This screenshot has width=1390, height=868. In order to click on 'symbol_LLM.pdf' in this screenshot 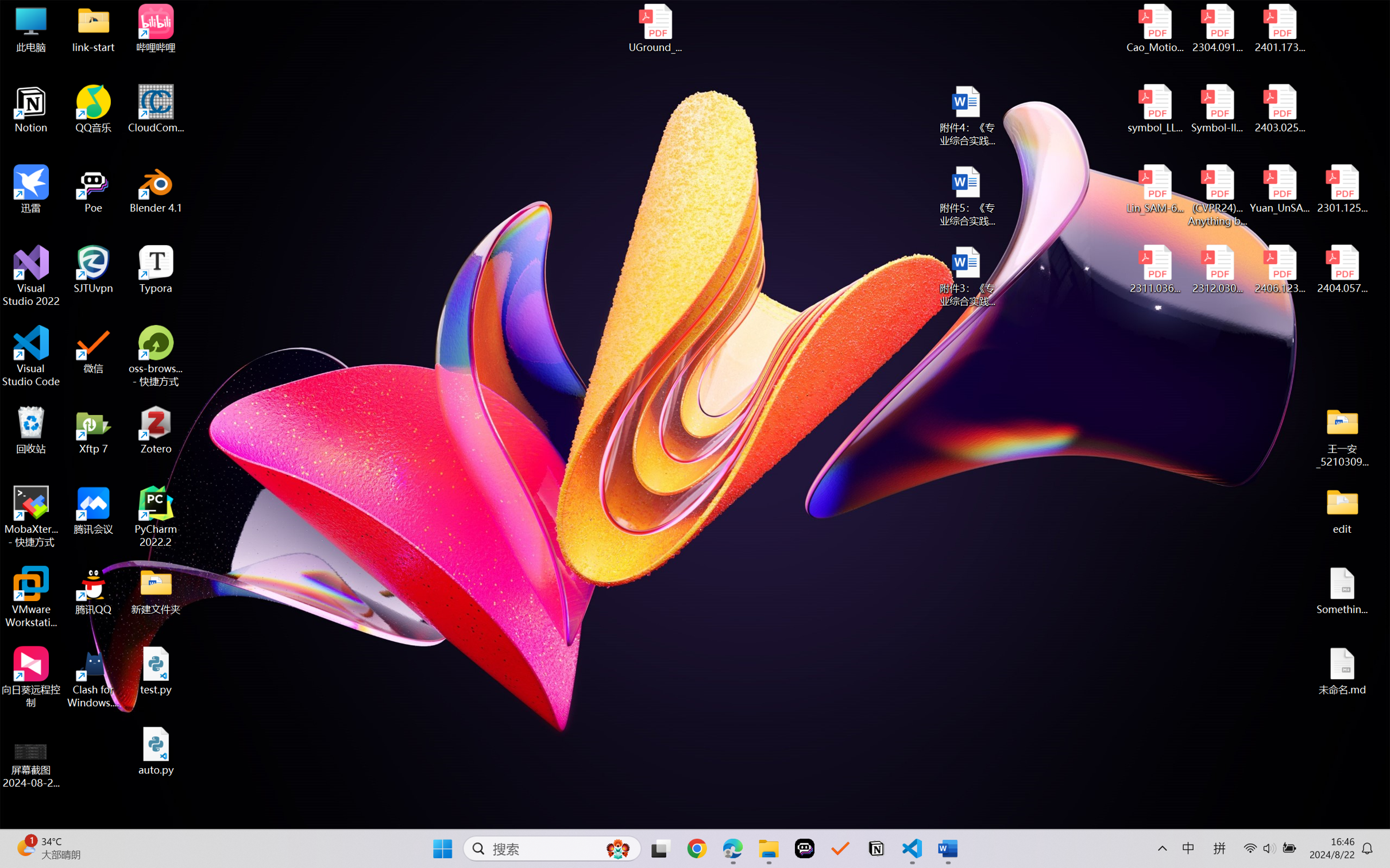, I will do `click(1155, 109)`.